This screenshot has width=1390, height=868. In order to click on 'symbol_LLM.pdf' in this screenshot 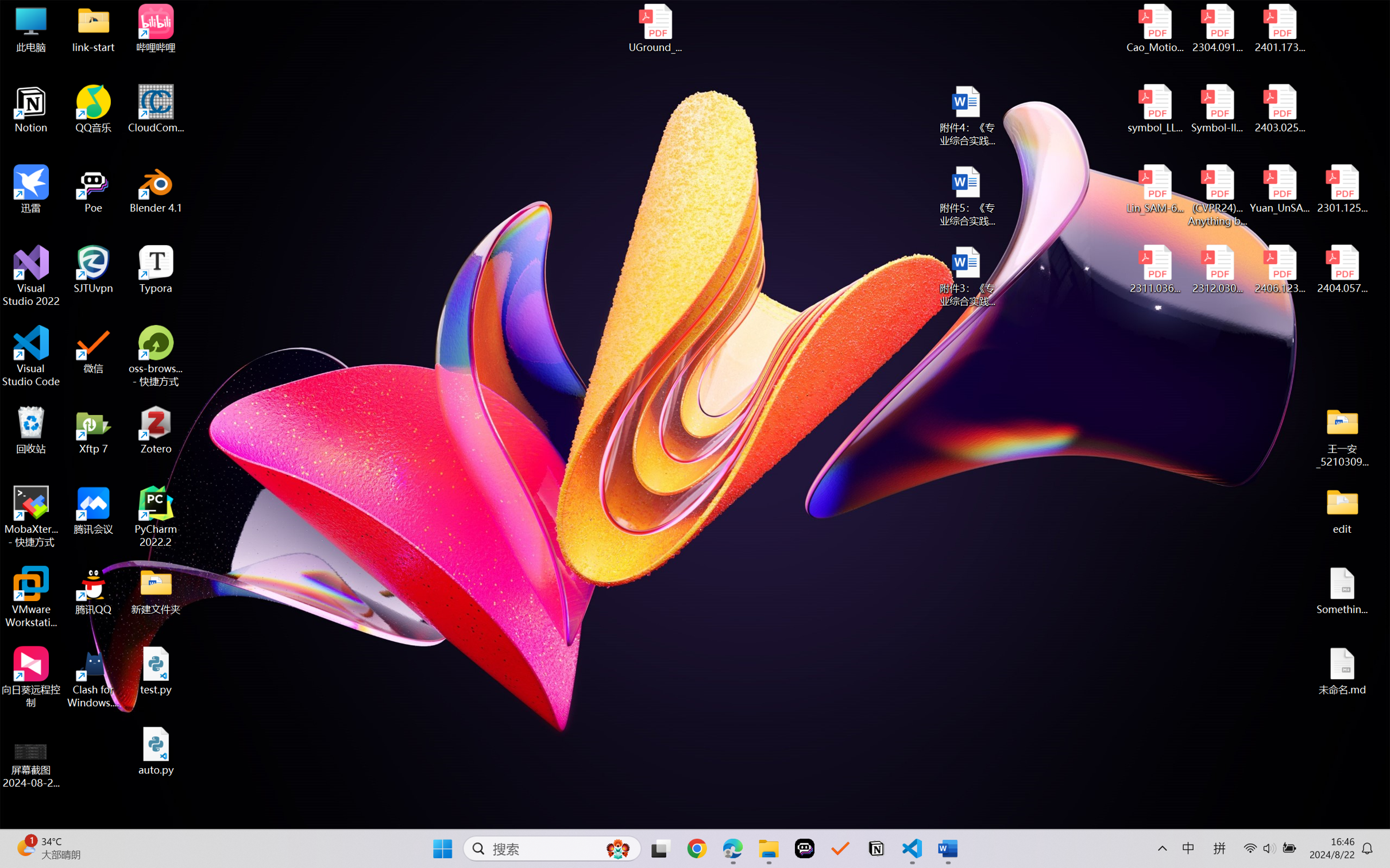, I will do `click(1155, 109)`.